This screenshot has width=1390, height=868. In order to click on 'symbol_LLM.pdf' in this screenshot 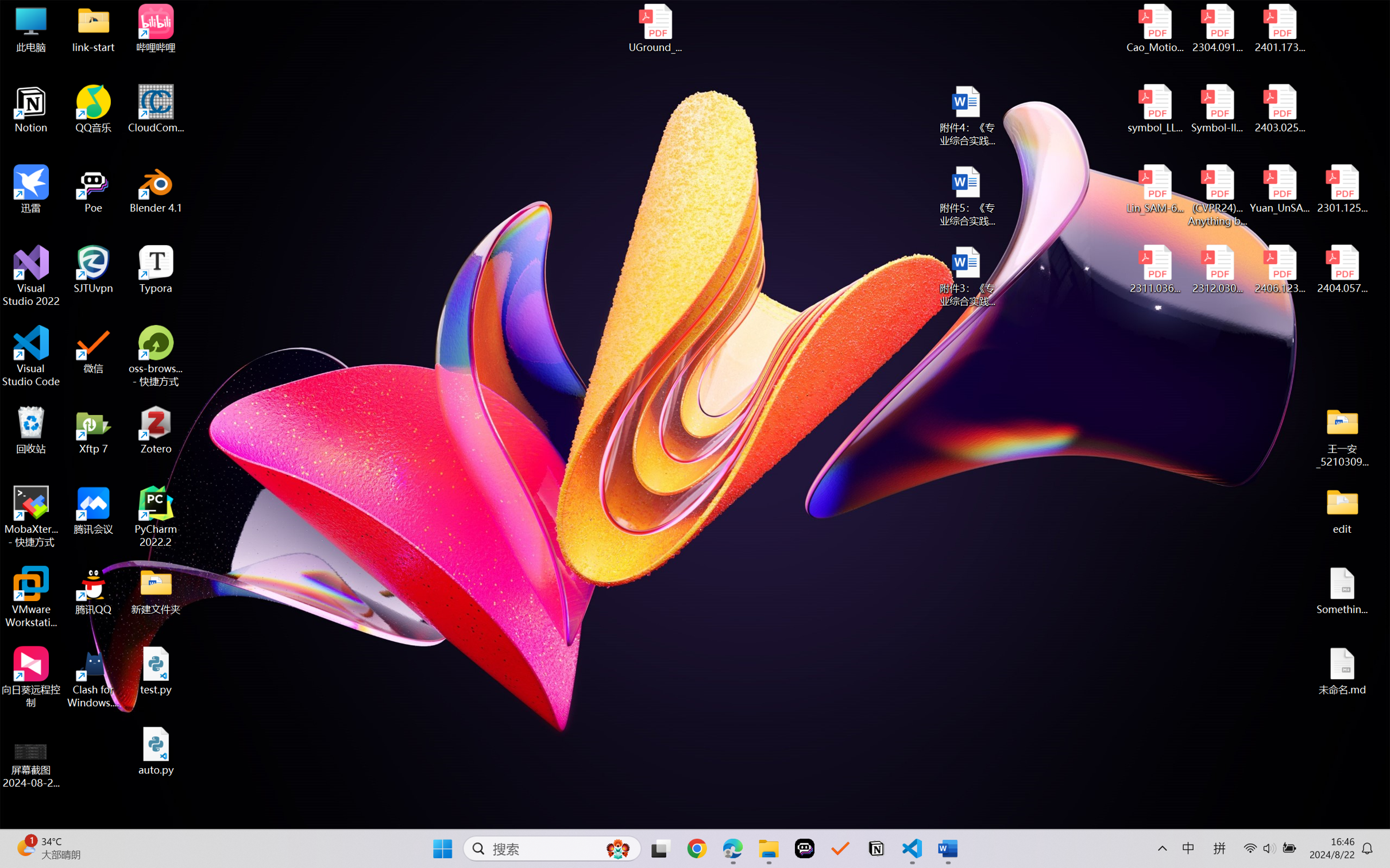, I will do `click(1155, 109)`.